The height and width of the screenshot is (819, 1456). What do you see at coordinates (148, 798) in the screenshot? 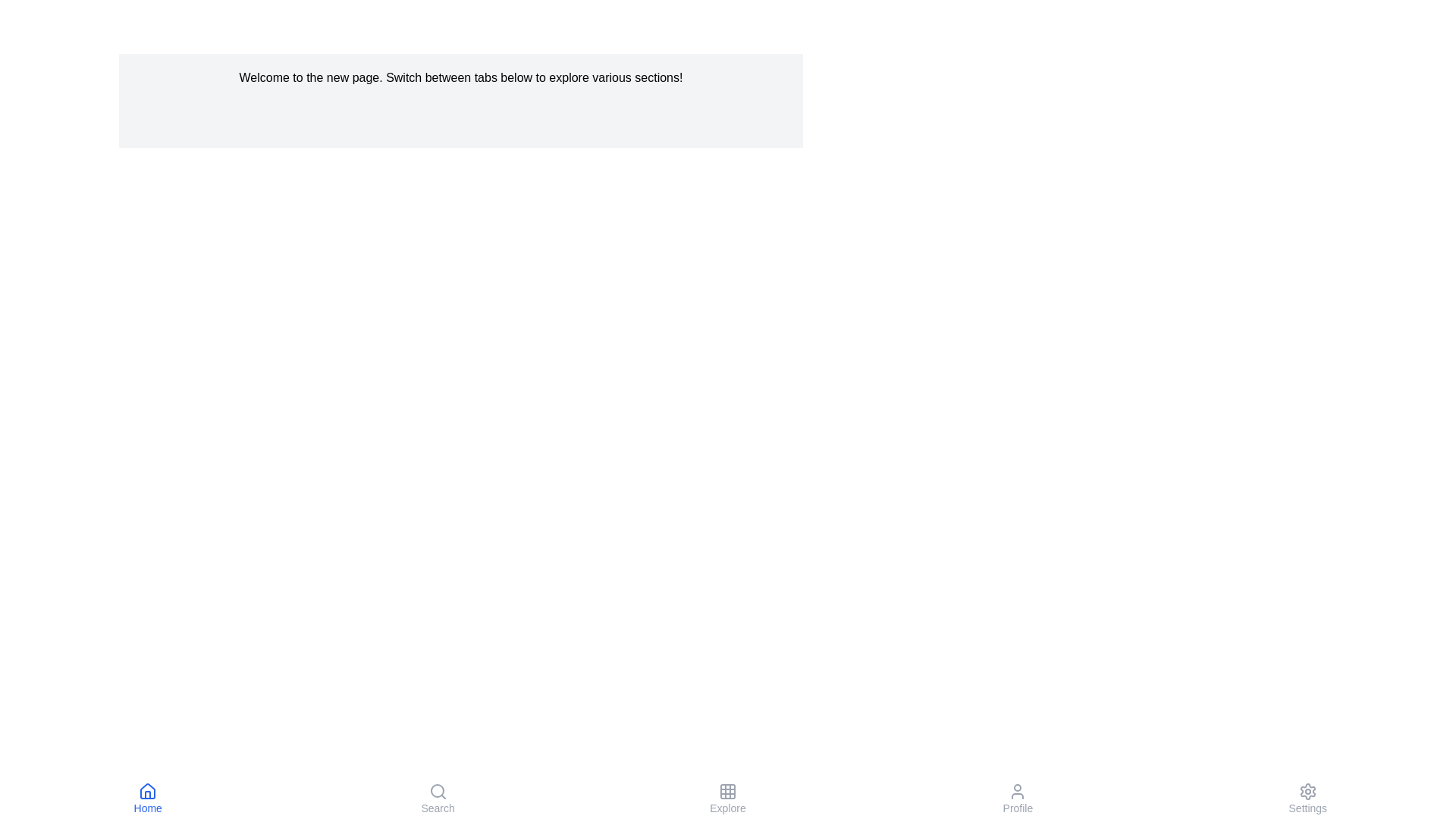
I see `the 'Home' tab item in the navigation bar, which is styled with a blue house icon and is the leftmost item in the horizontal list of tabs at the bottom of the interface` at bounding box center [148, 798].